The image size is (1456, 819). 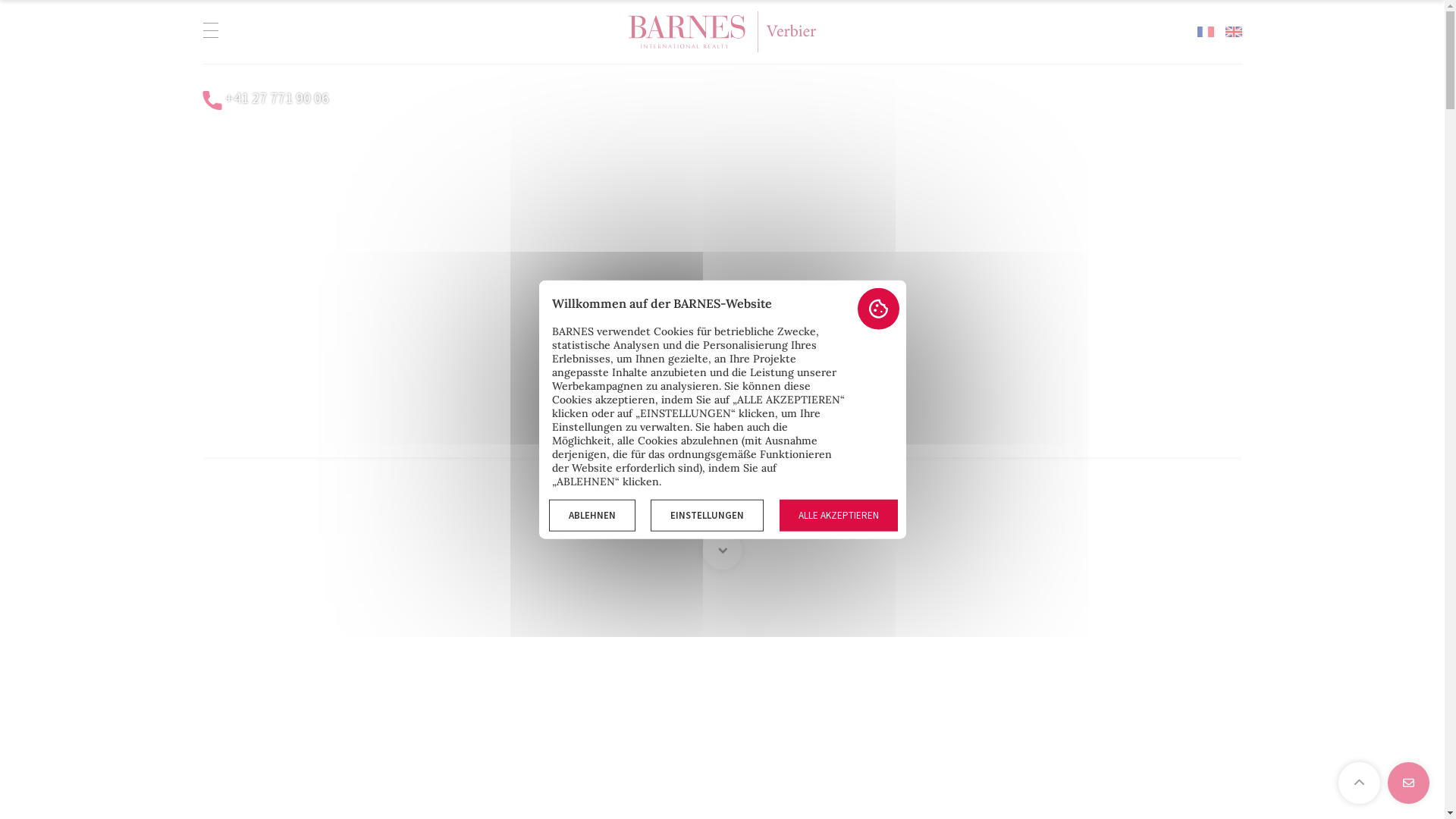 What do you see at coordinates (837, 514) in the screenshot?
I see `'ALLE AKZEPTIEREN'` at bounding box center [837, 514].